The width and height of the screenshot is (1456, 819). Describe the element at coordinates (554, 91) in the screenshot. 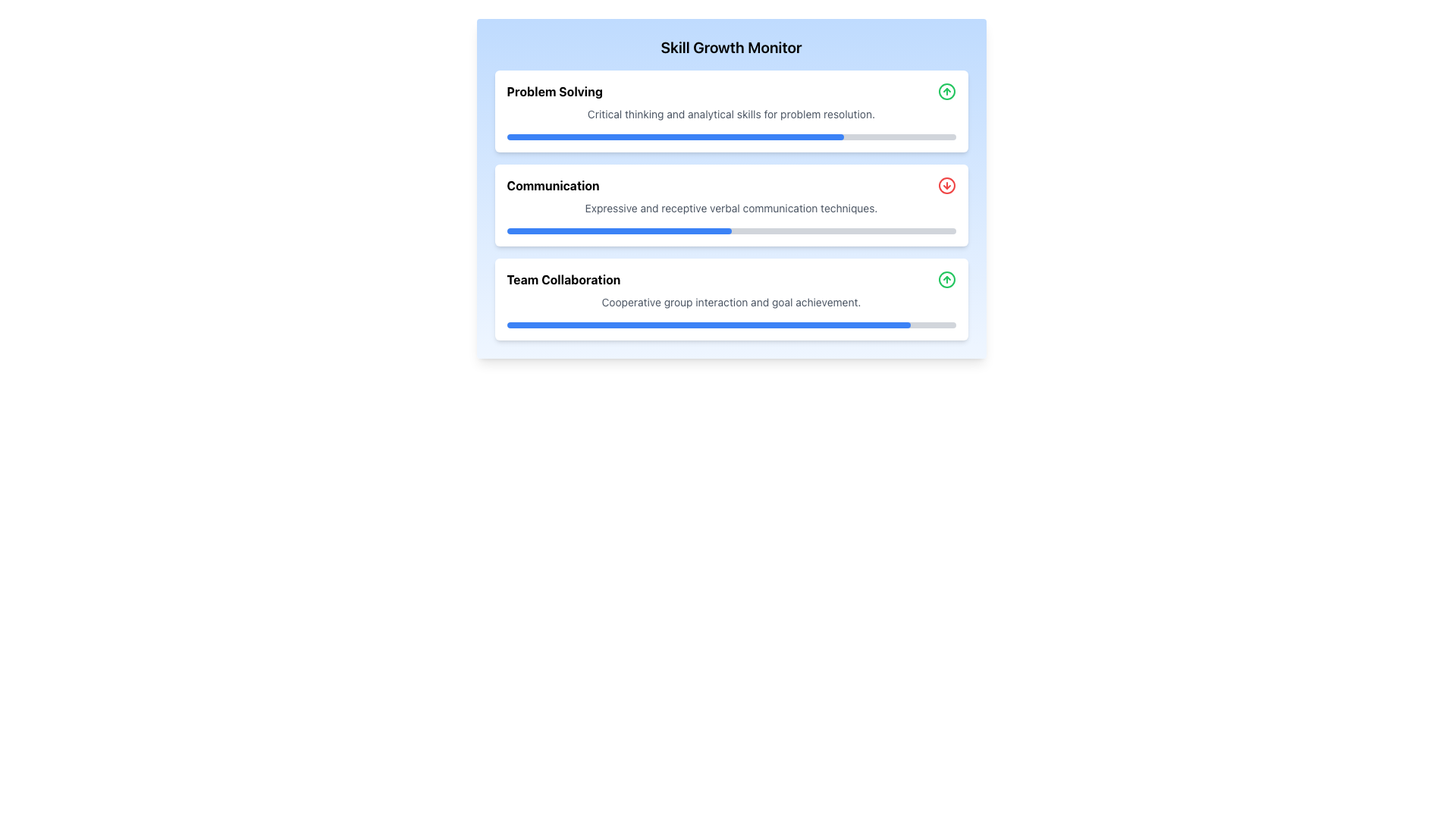

I see `the static text label that serves as a title for the skill category related to problem-solving skills, located at the top-left corner of the bordered card` at that location.